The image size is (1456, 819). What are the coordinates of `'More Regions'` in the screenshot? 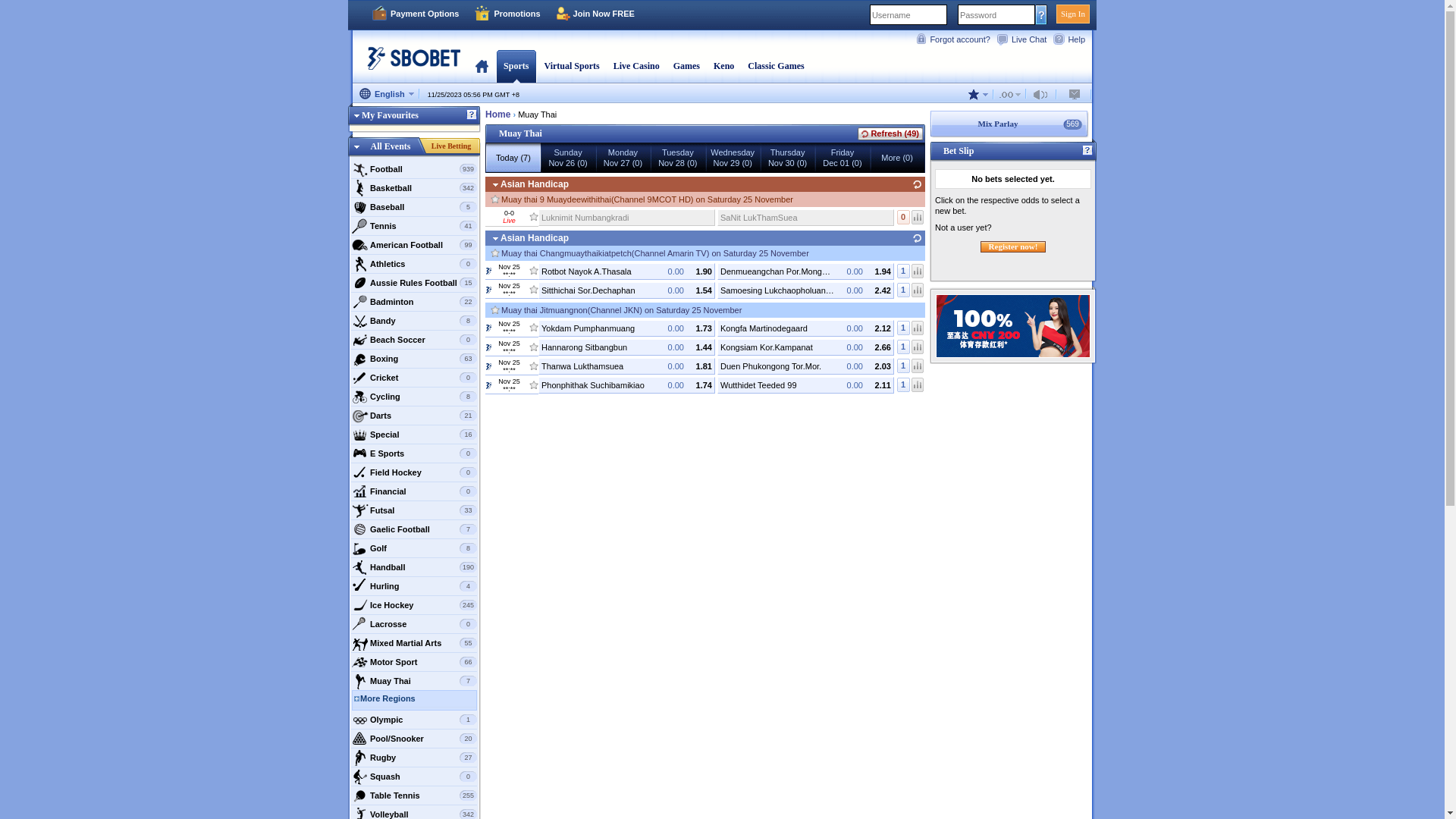 It's located at (418, 699).